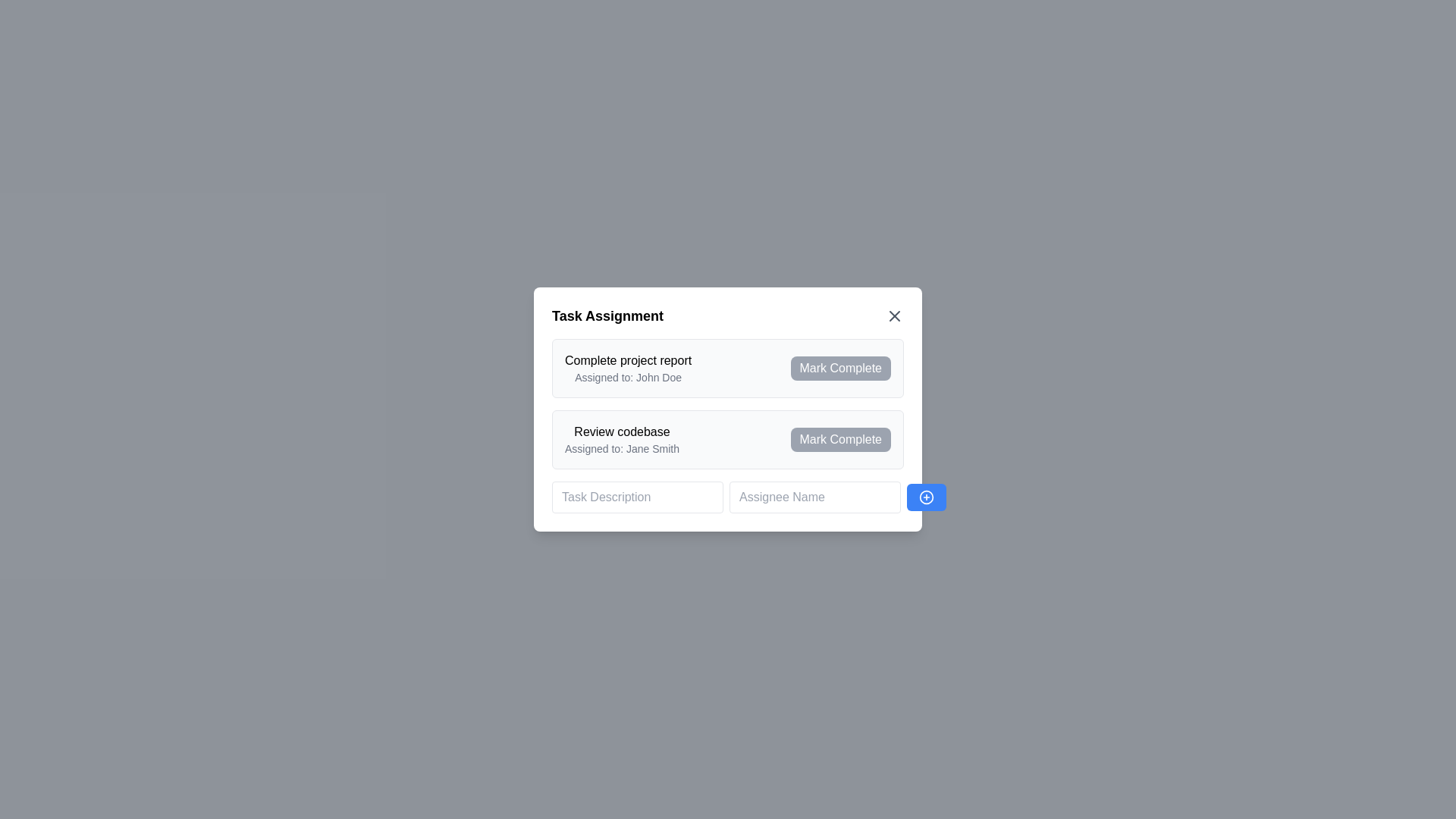 This screenshot has width=1456, height=819. Describe the element at coordinates (637, 497) in the screenshot. I see `the input text field with placeholder 'Task Description' to focus on it` at that location.